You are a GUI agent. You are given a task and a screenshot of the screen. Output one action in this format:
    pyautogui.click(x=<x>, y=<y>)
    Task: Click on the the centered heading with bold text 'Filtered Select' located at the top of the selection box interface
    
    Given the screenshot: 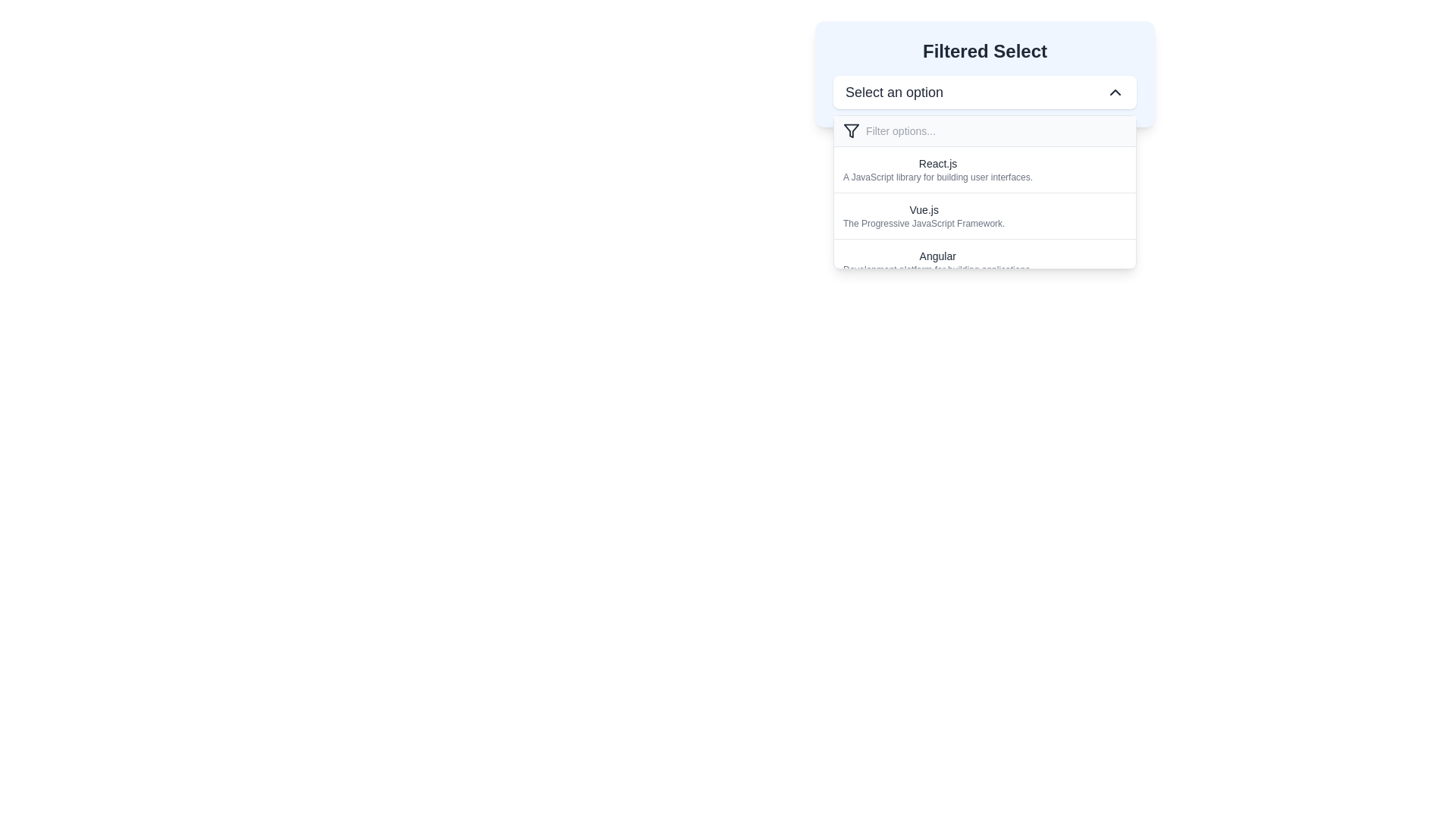 What is the action you would take?
    pyautogui.click(x=985, y=51)
    